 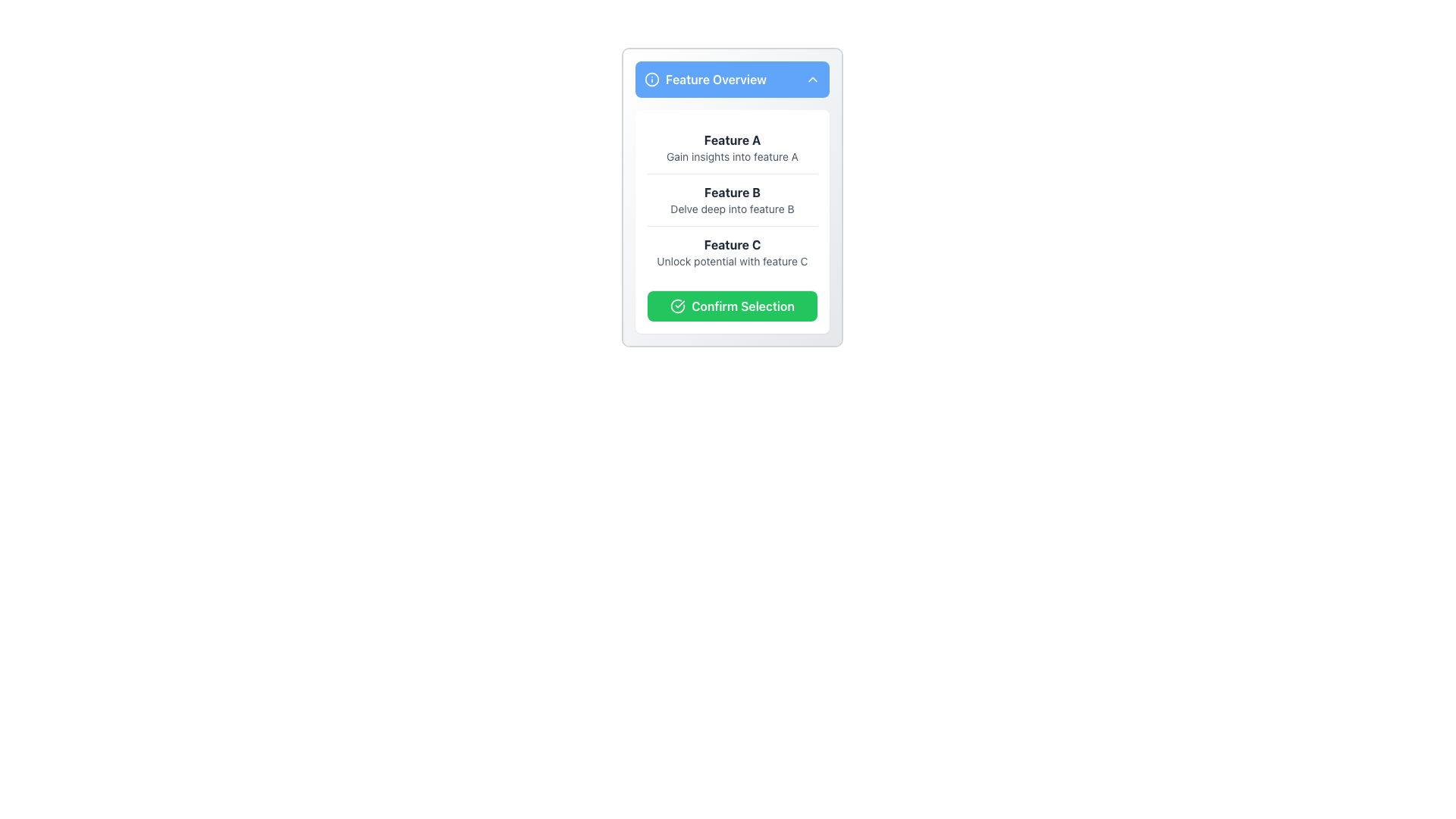 What do you see at coordinates (811, 79) in the screenshot?
I see `the chevron icon located on the far right side of the blue-colored header bar` at bounding box center [811, 79].